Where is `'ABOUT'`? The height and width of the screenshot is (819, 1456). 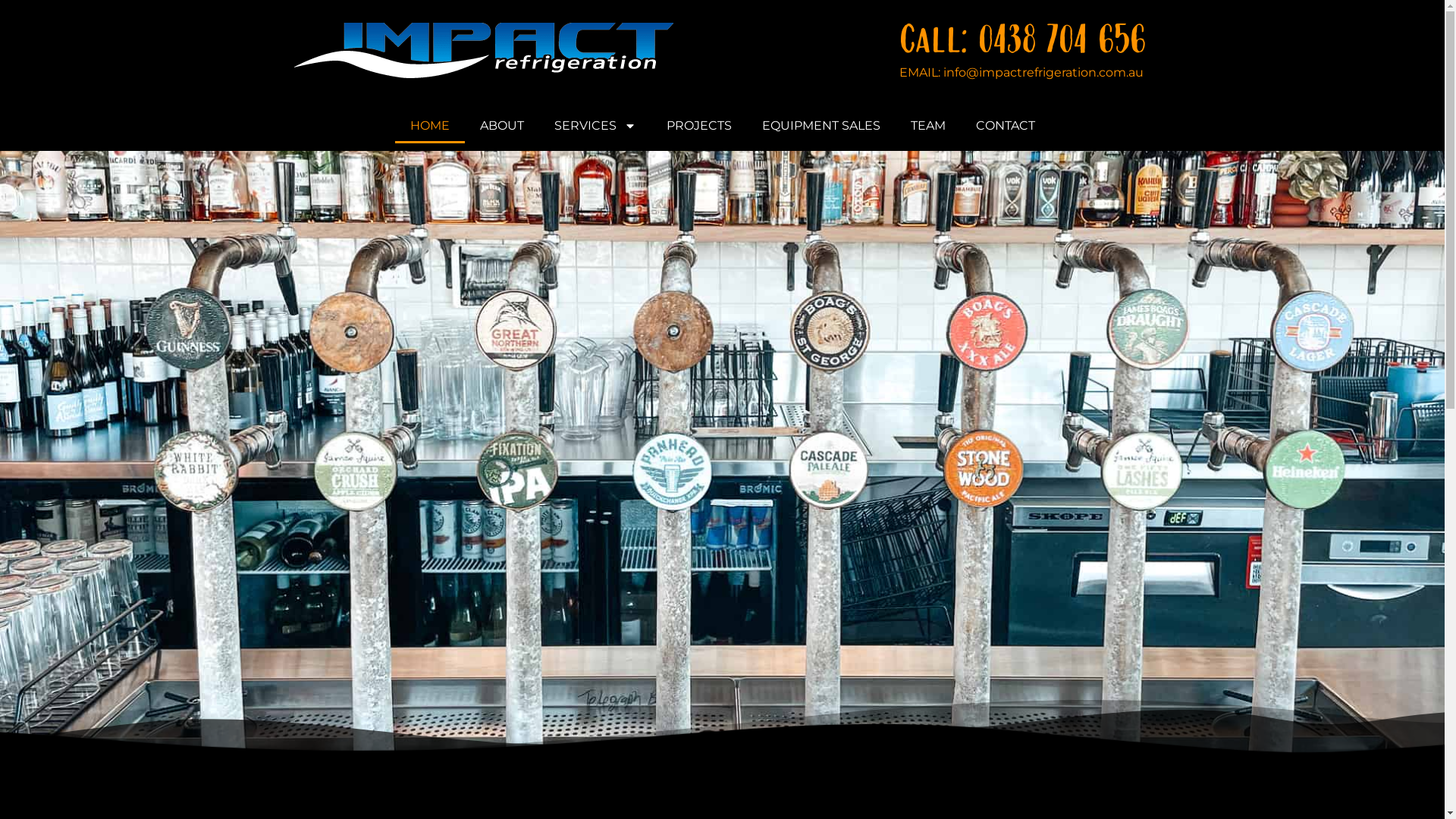
'ABOUT' is located at coordinates (463, 124).